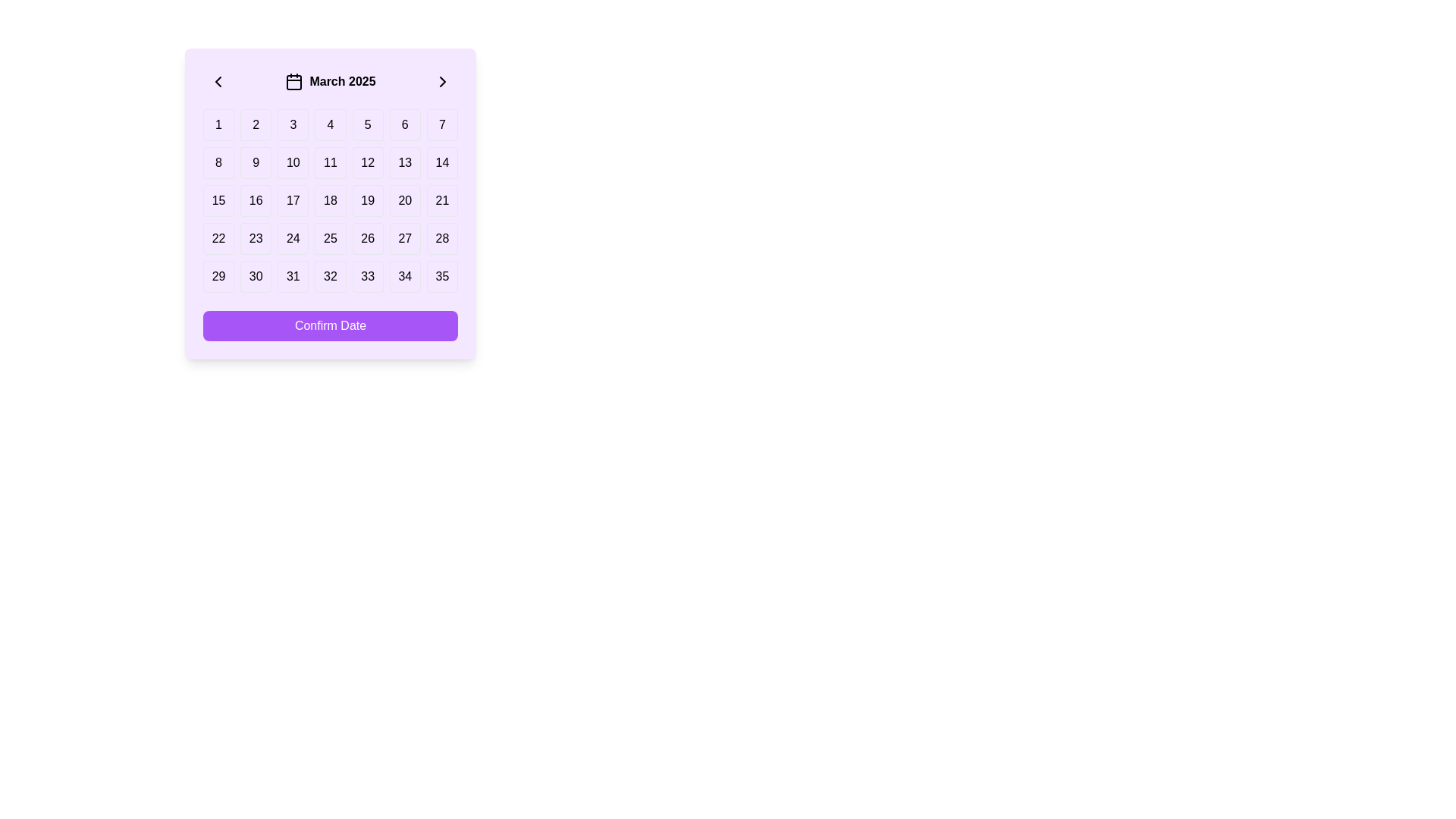 The image size is (1456, 819). What do you see at coordinates (441, 200) in the screenshot?
I see `the non-interactive button representing the 21st day in the calendar view, located in the sixth column of the third row` at bounding box center [441, 200].